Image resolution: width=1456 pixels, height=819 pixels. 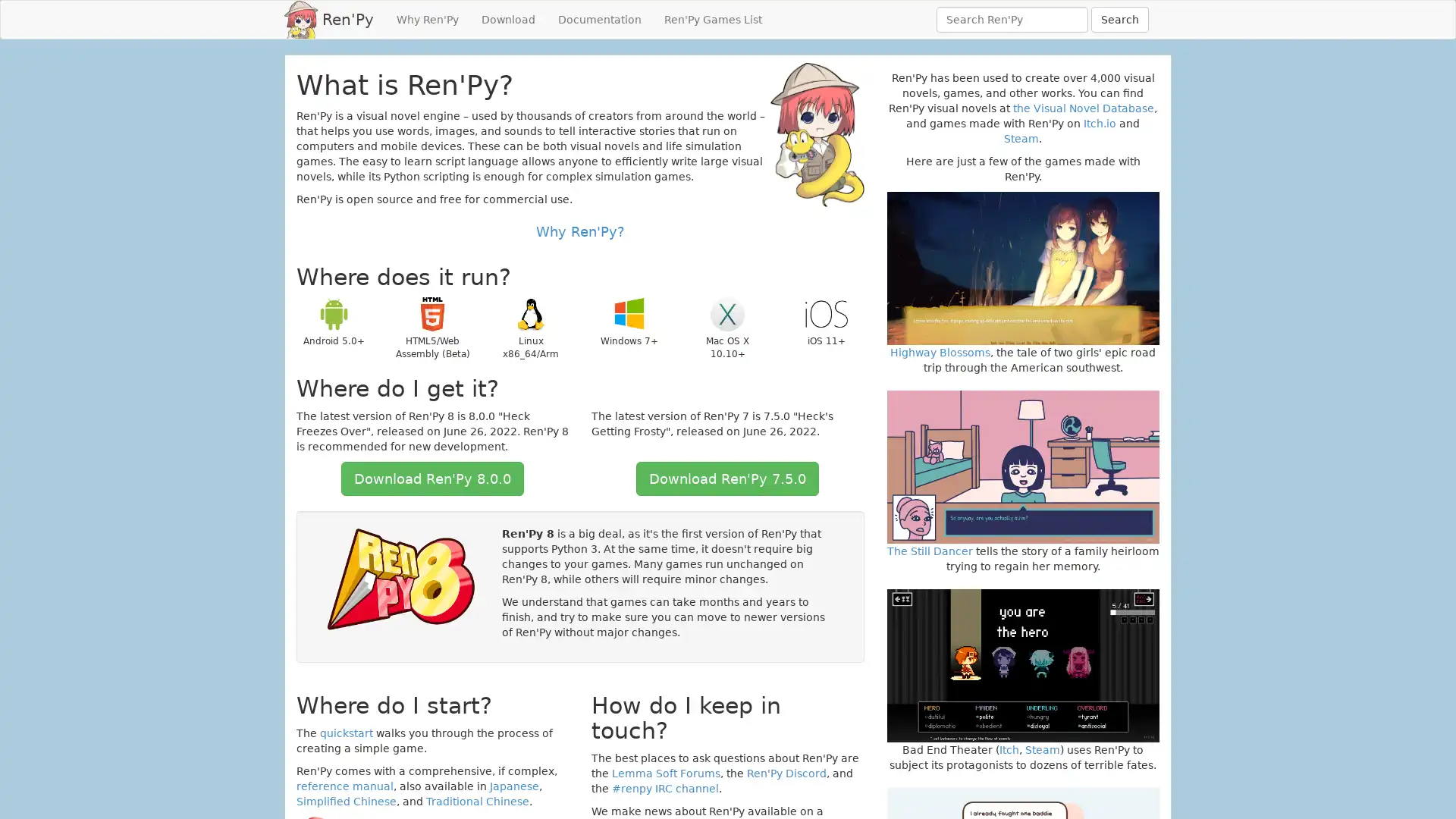 What do you see at coordinates (1120, 20) in the screenshot?
I see `Search` at bounding box center [1120, 20].